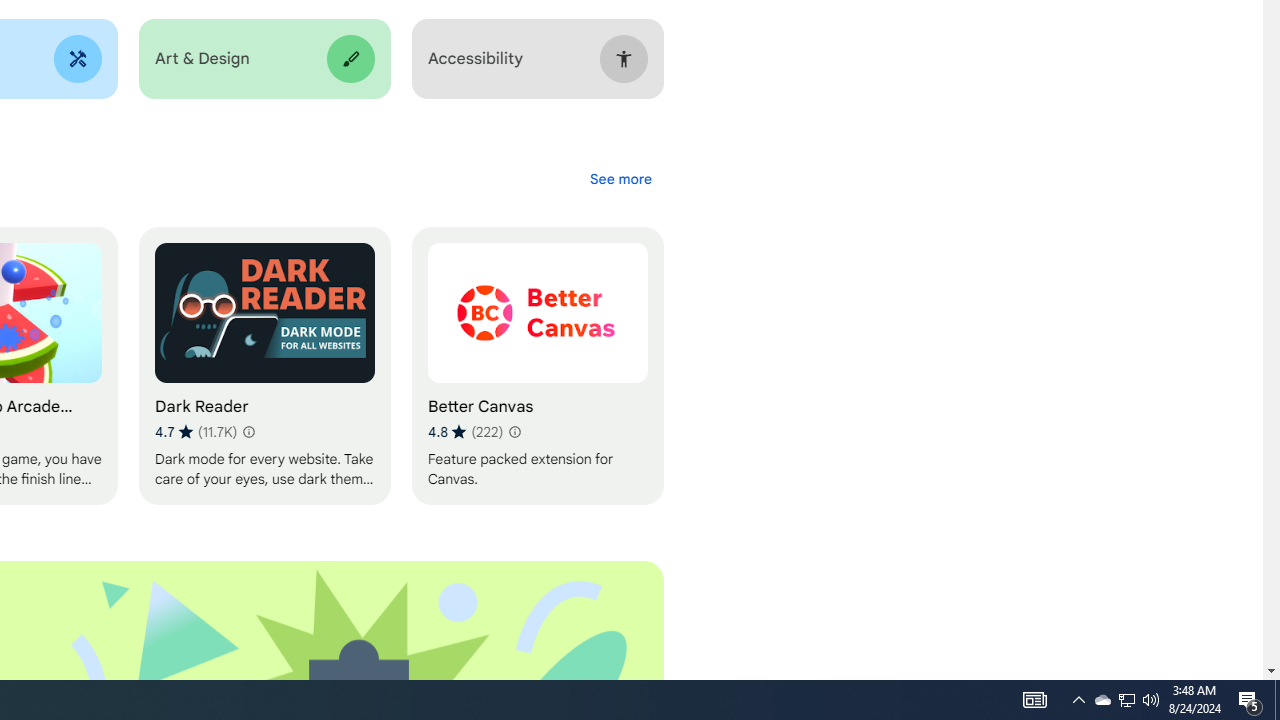  What do you see at coordinates (464, 431) in the screenshot?
I see `'Average rating 4.8 out of 5 stars. 222 ratings.'` at bounding box center [464, 431].